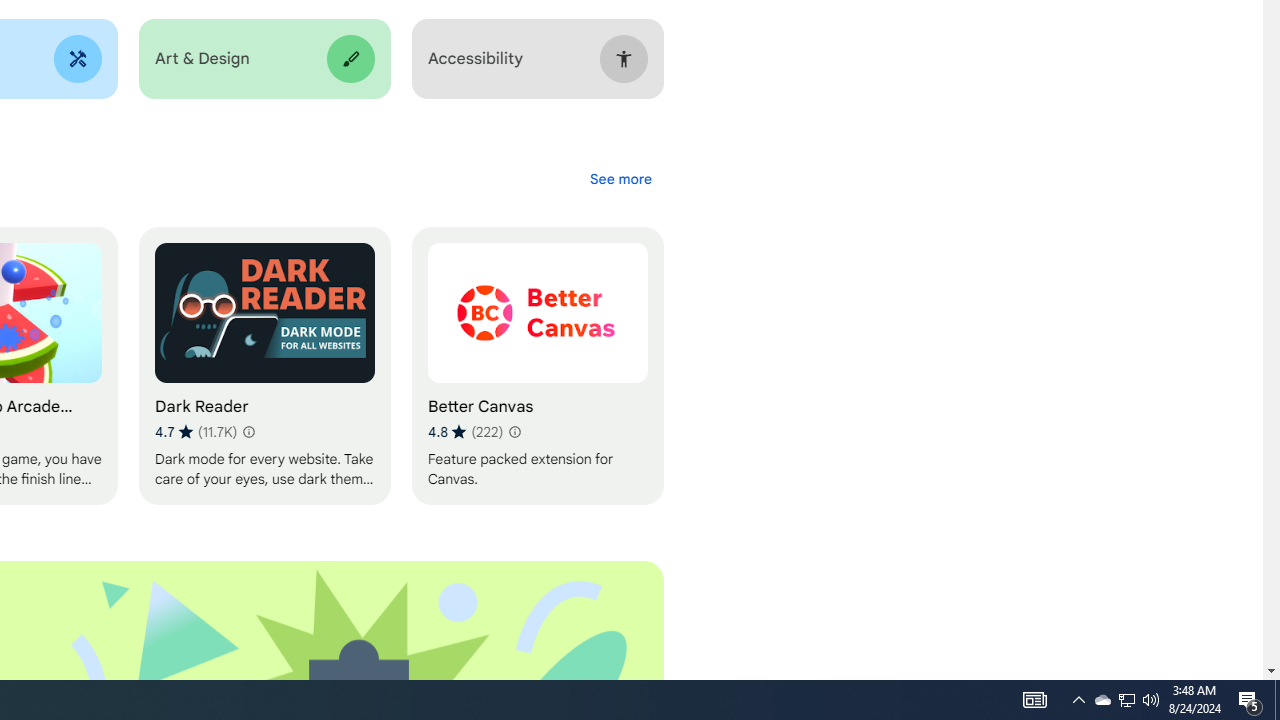  What do you see at coordinates (464, 431) in the screenshot?
I see `'Average rating 4.8 out of 5 stars. 222 ratings.'` at bounding box center [464, 431].